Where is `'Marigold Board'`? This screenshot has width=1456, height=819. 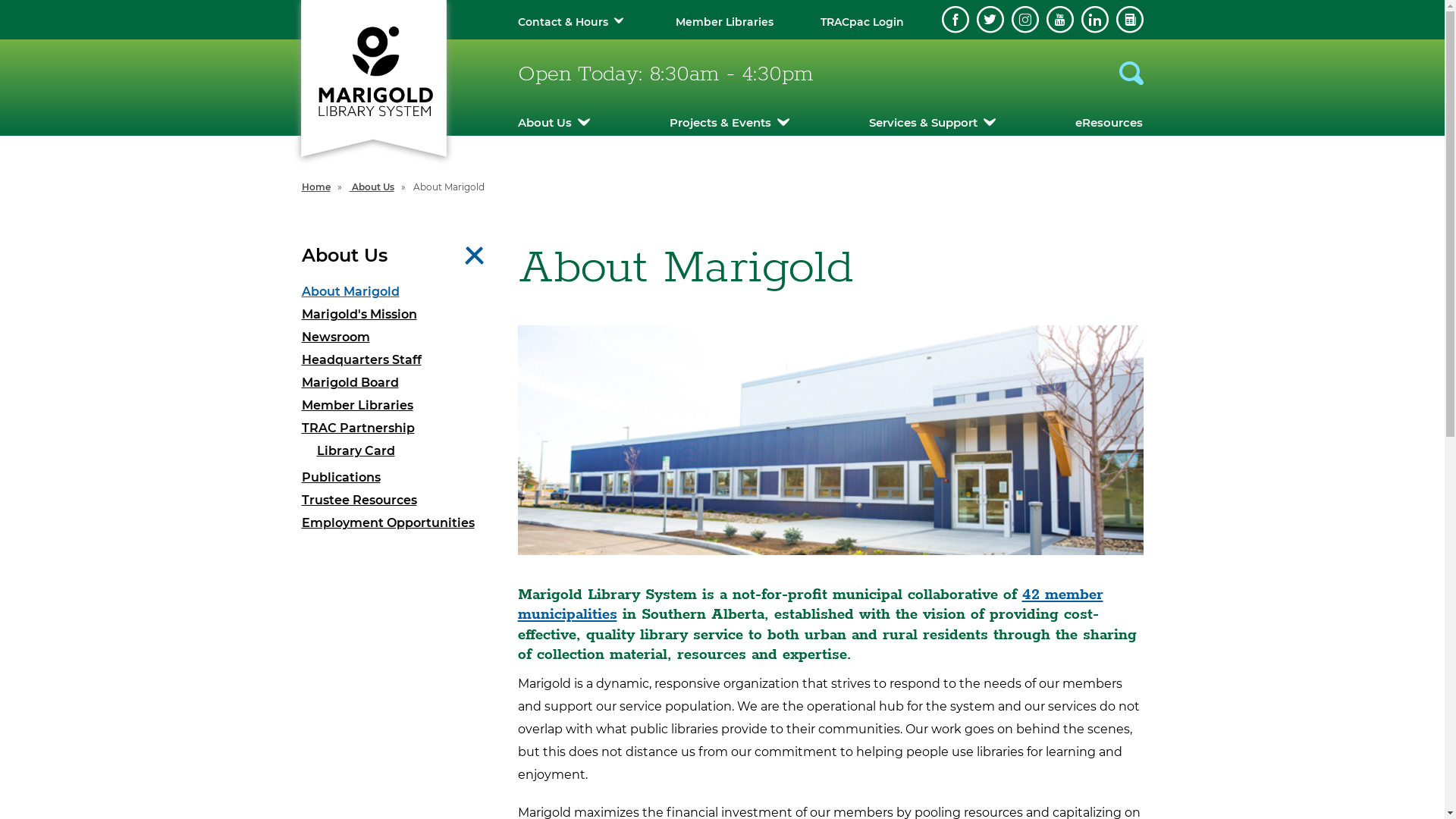 'Marigold Board' is located at coordinates (398, 382).